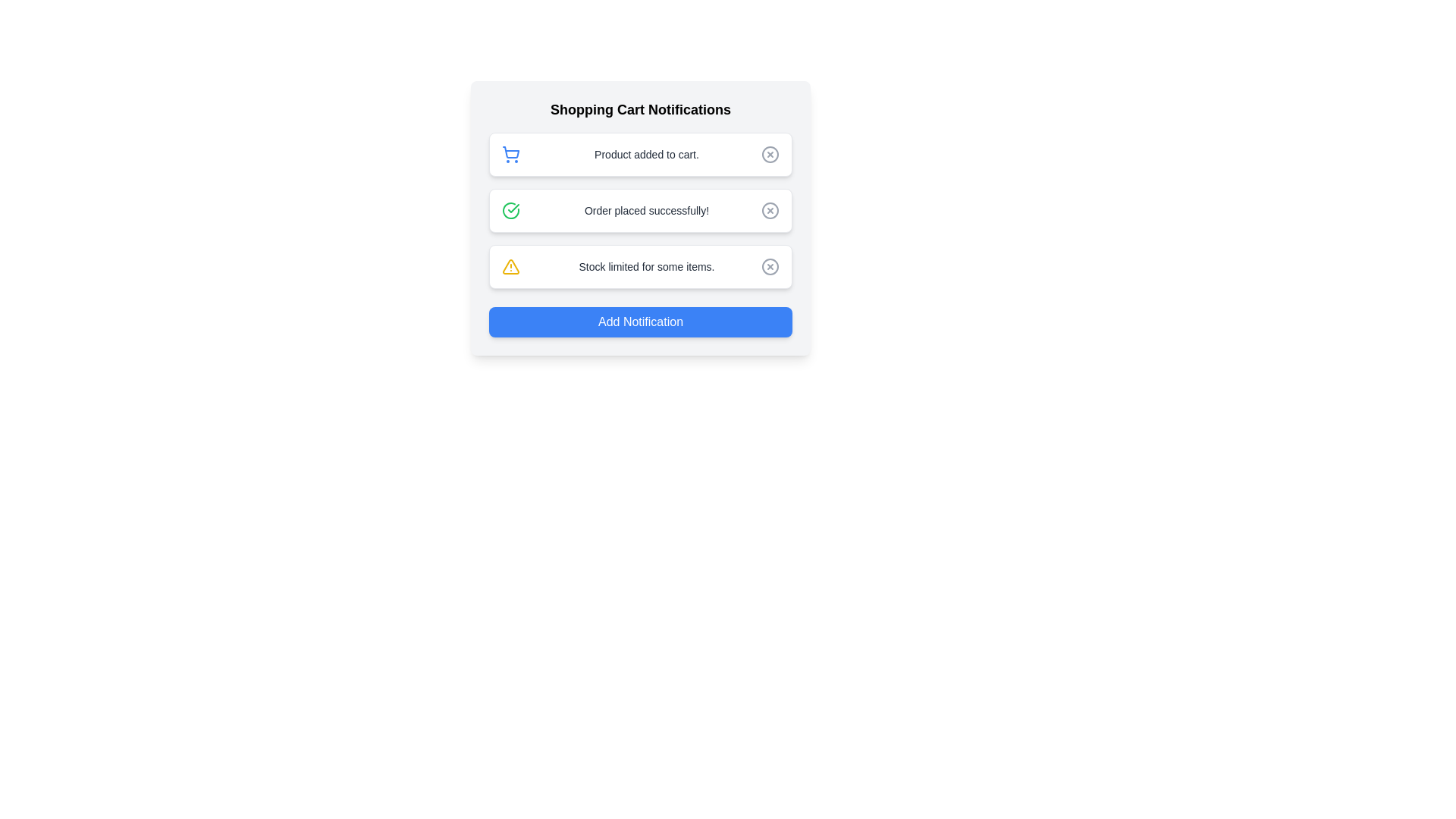 Image resolution: width=1456 pixels, height=819 pixels. I want to click on the dismiss button located to the far right of the last notification row, which has a yellow triangle icon and the text 'Stock limited for some items,', so click(770, 265).